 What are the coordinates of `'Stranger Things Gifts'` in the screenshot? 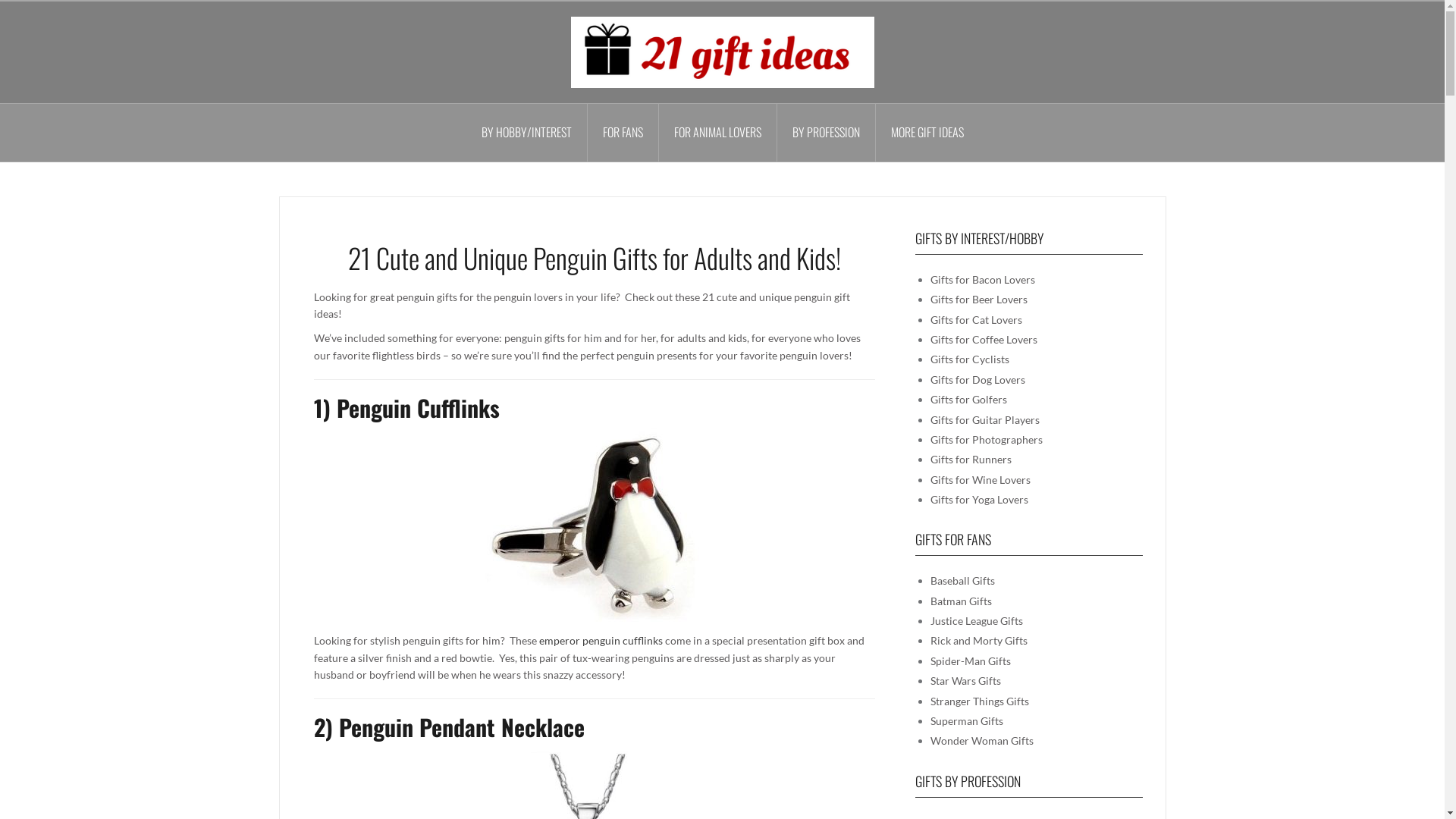 It's located at (979, 701).